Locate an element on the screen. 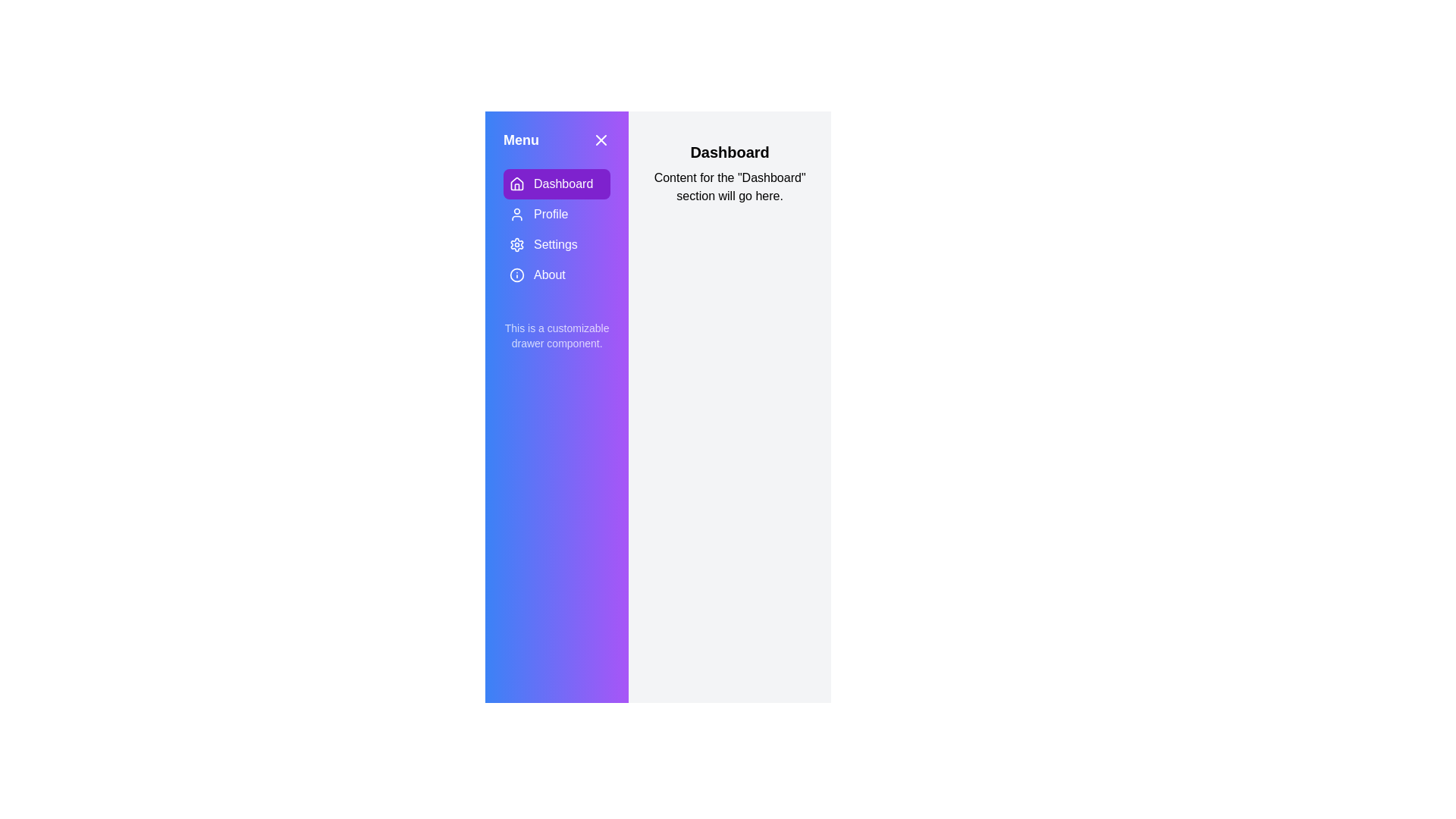  the Settings section in the menu is located at coordinates (556, 244).